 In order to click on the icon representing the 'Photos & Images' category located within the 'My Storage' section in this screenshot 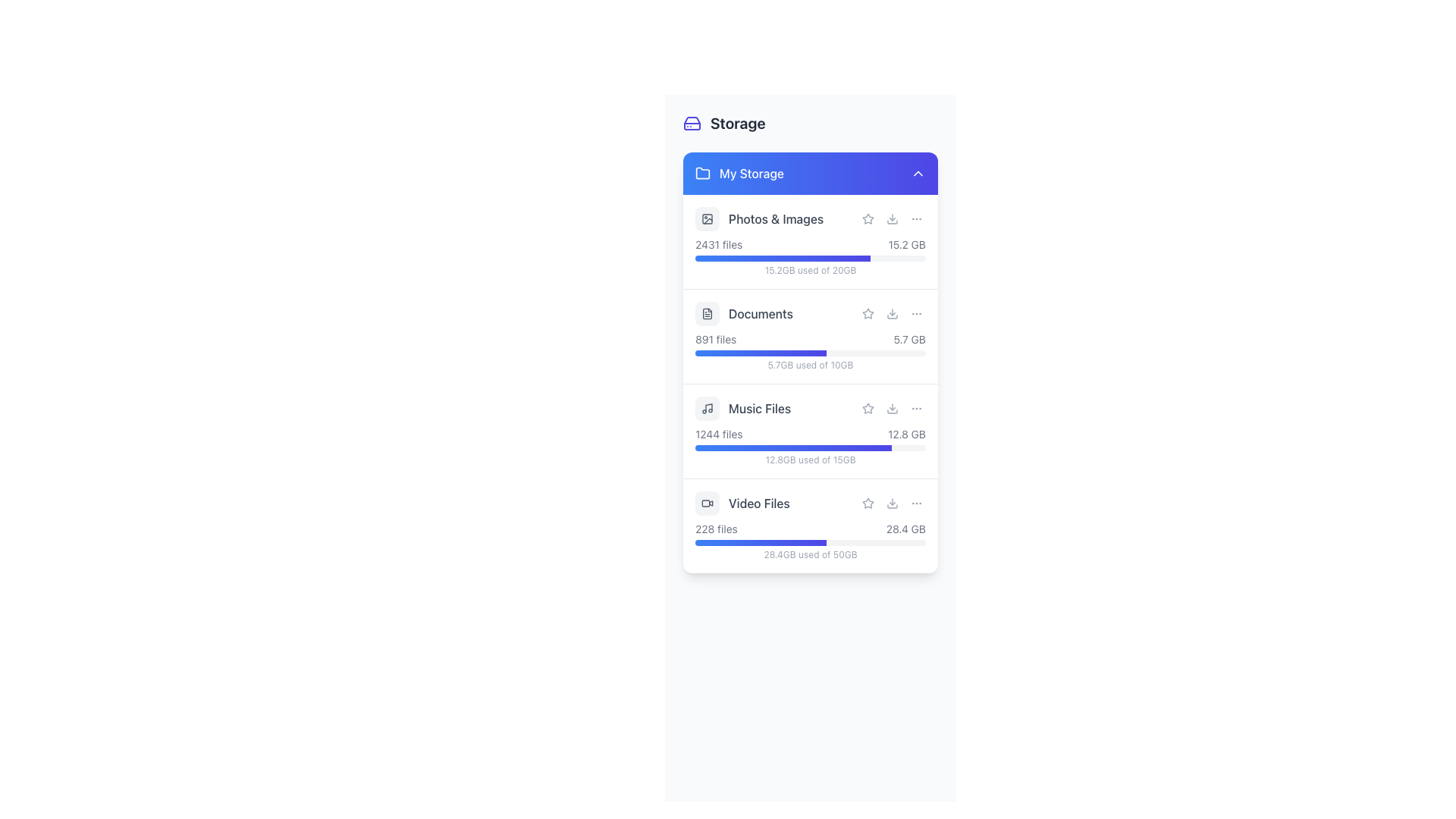, I will do `click(706, 219)`.